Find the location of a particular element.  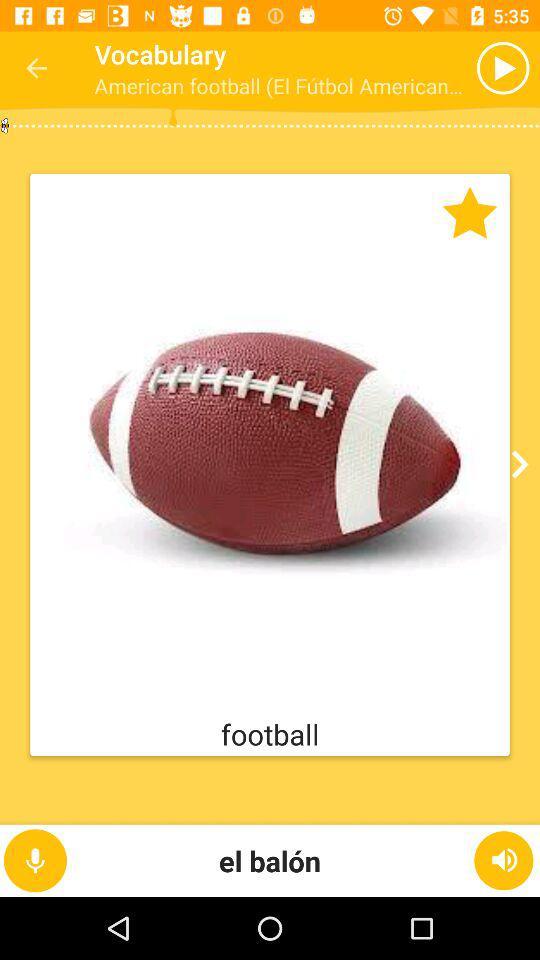

the volume icon is located at coordinates (503, 859).